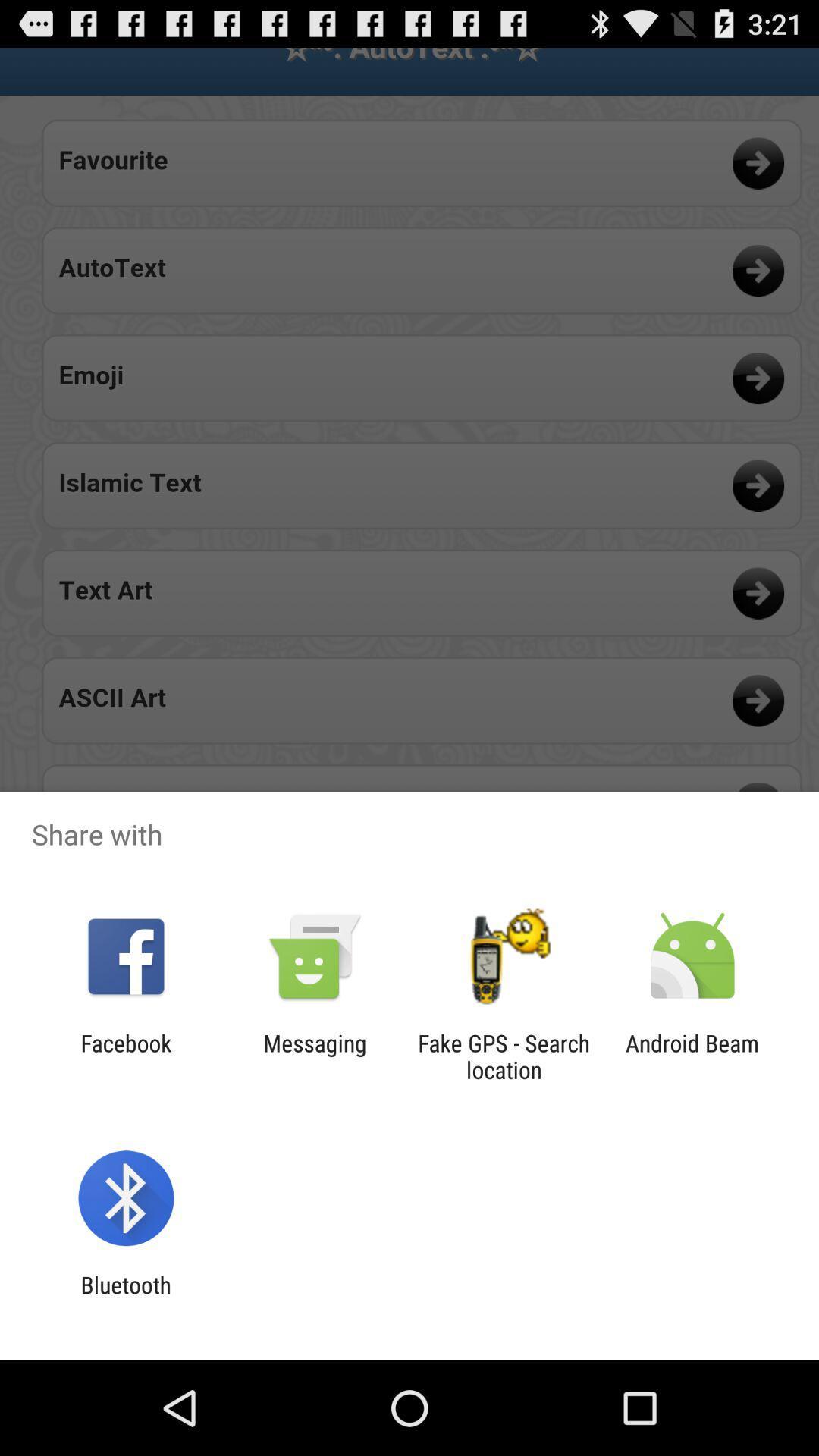 Image resolution: width=819 pixels, height=1456 pixels. I want to click on the item next to fake gps search, so click(692, 1056).